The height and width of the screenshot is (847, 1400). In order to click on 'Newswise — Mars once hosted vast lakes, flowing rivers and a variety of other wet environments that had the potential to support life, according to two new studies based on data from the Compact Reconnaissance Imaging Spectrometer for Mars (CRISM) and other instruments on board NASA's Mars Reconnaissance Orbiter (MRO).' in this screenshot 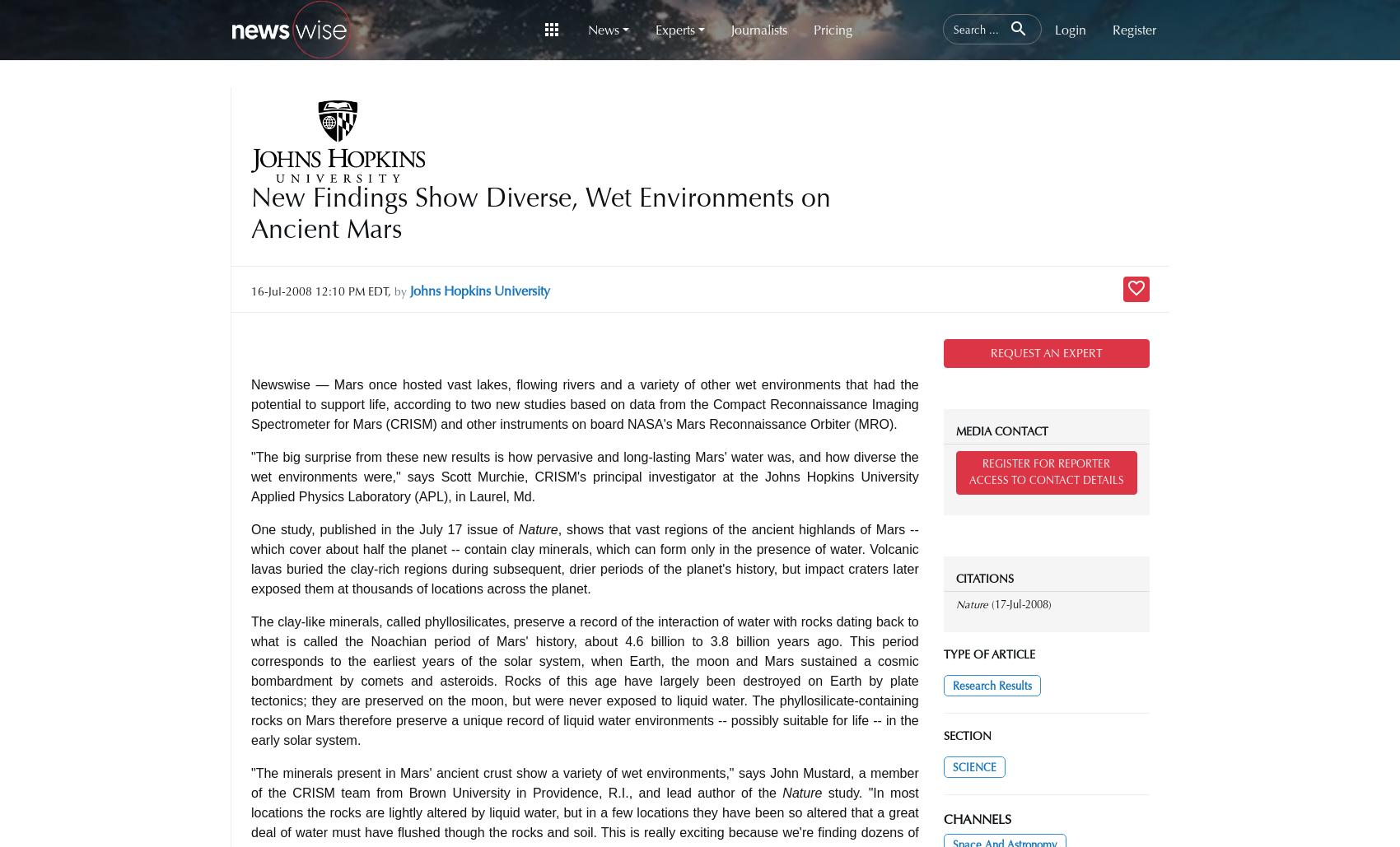, I will do `click(584, 403)`.